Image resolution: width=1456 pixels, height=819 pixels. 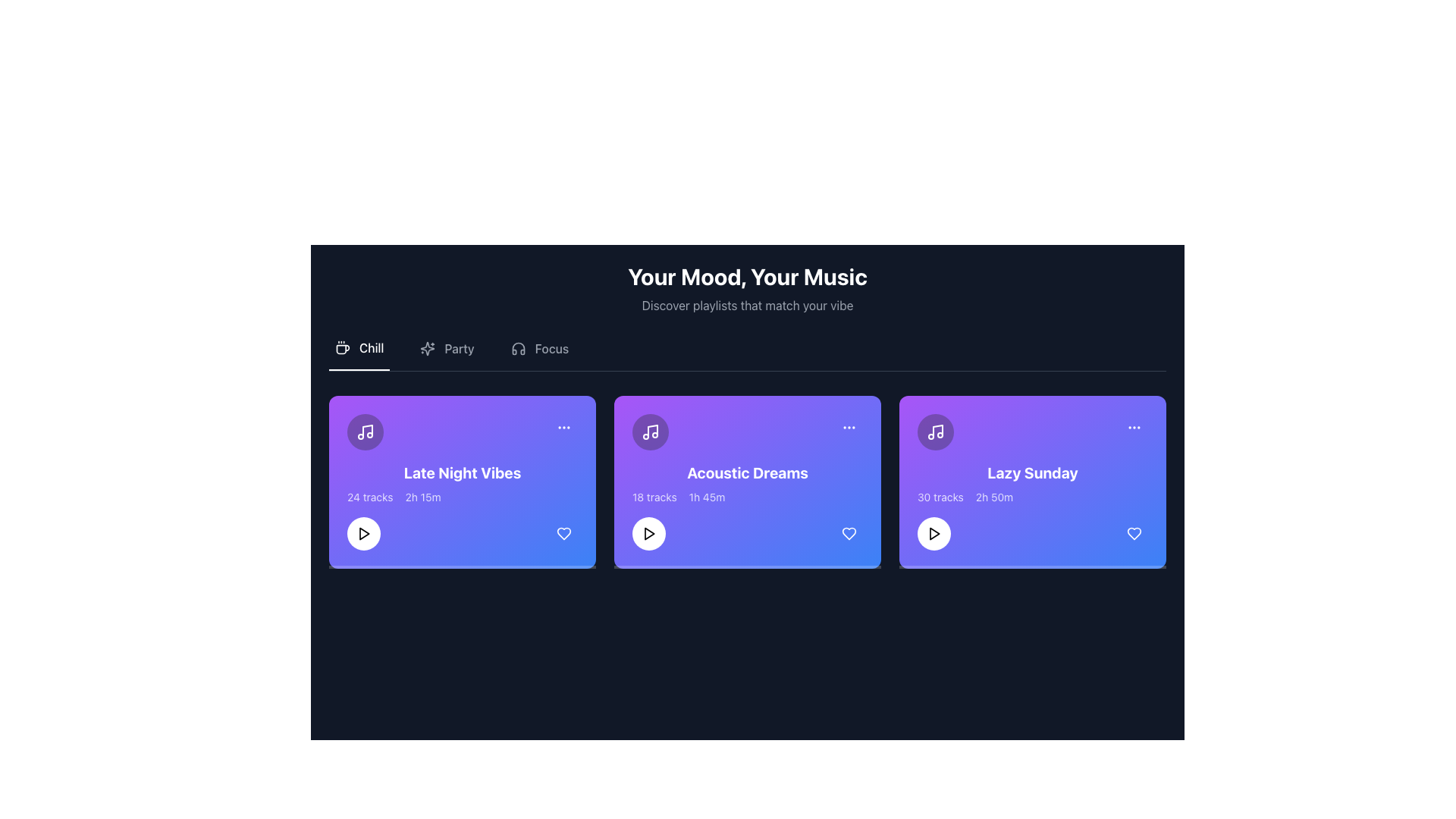 What do you see at coordinates (447, 354) in the screenshot?
I see `the 'Party' themed button located in the top menu bar, positioned between 'Chill' and 'Focus', to observe a color change` at bounding box center [447, 354].